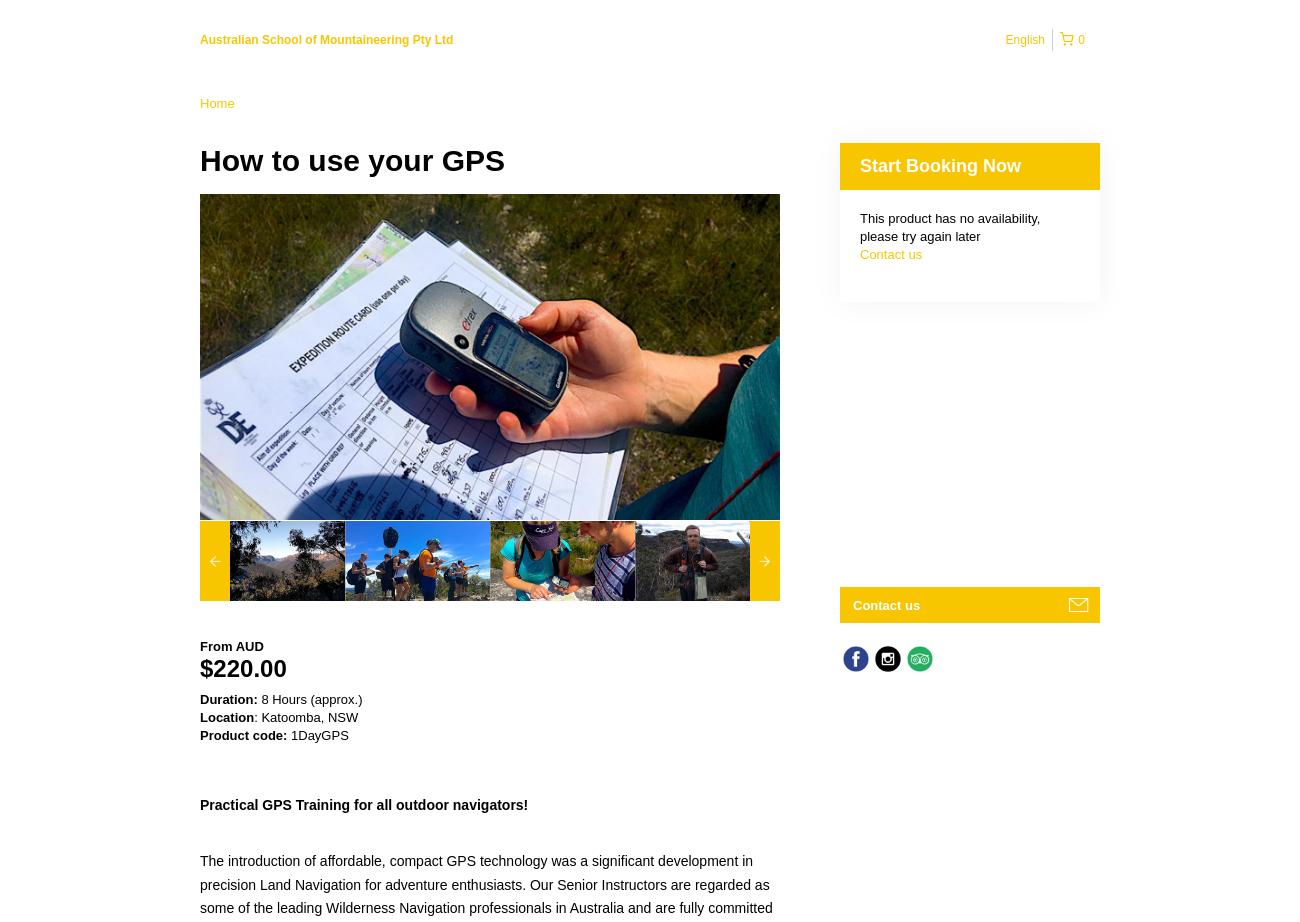  I want to click on 'How to use your GPS', so click(351, 160).